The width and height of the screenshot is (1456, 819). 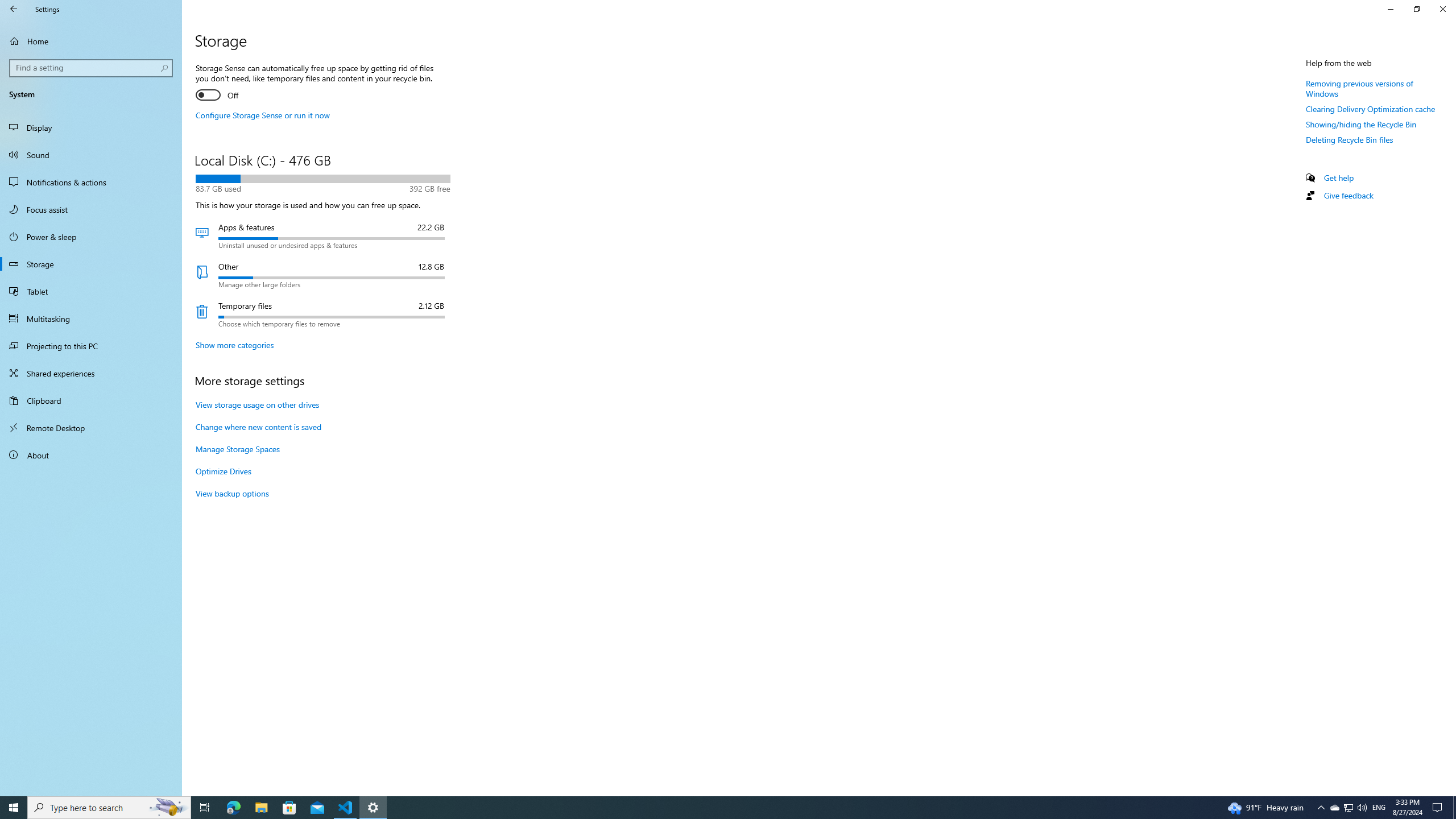 What do you see at coordinates (90, 263) in the screenshot?
I see `'Storage'` at bounding box center [90, 263].